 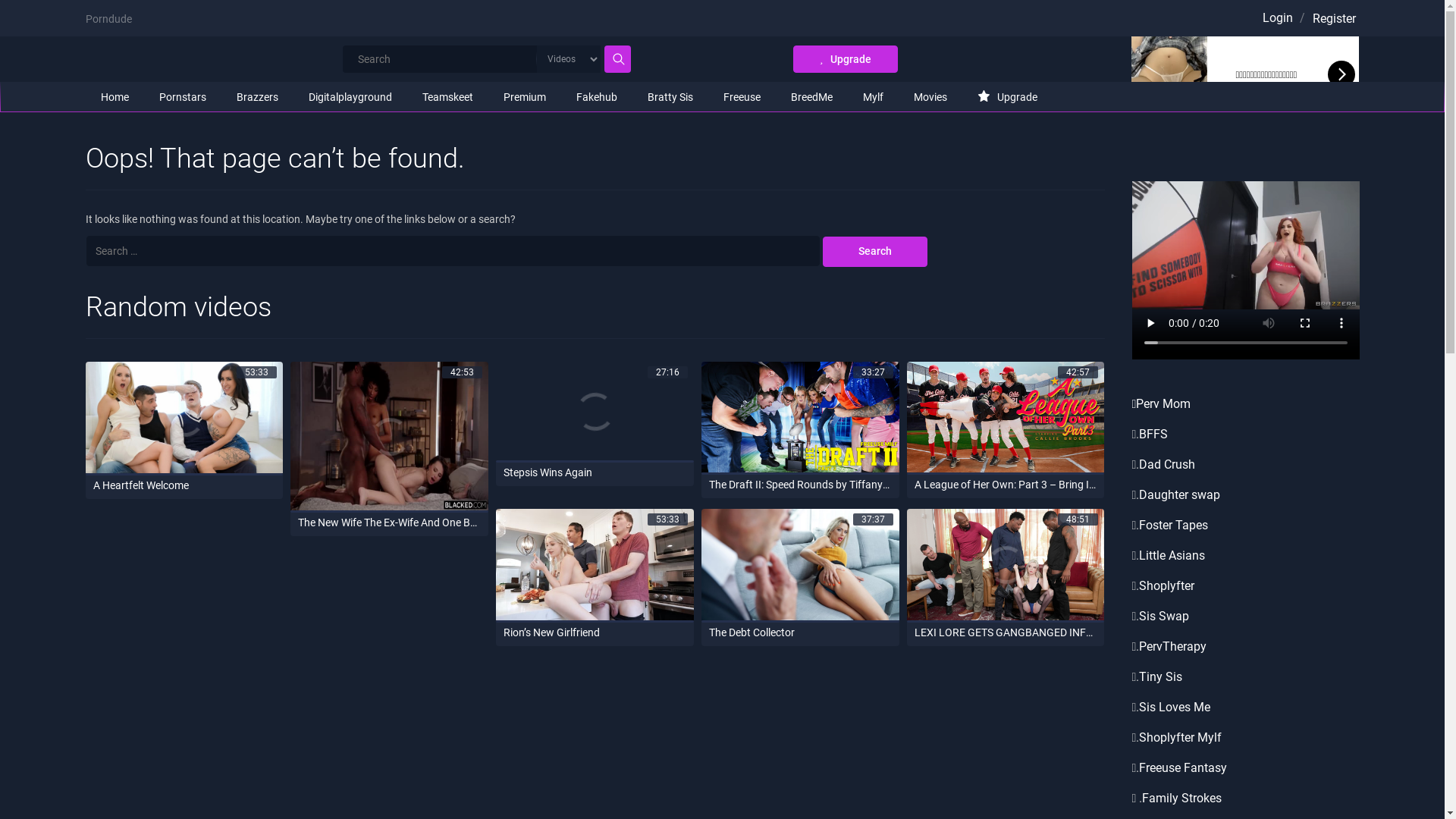 I want to click on 'Foster Tapes', so click(x=1172, y=524).